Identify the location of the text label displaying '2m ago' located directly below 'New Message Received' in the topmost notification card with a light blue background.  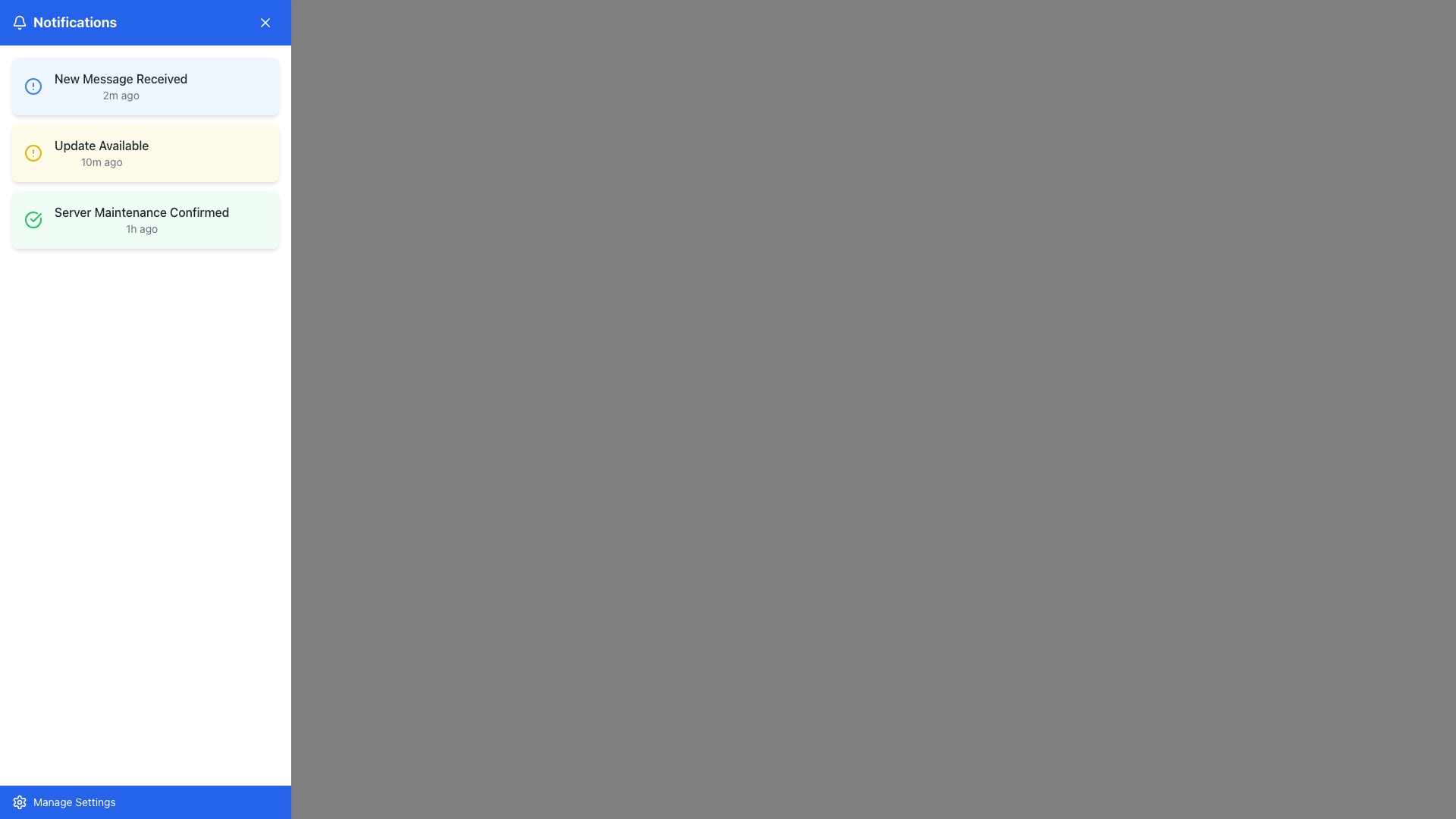
(120, 96).